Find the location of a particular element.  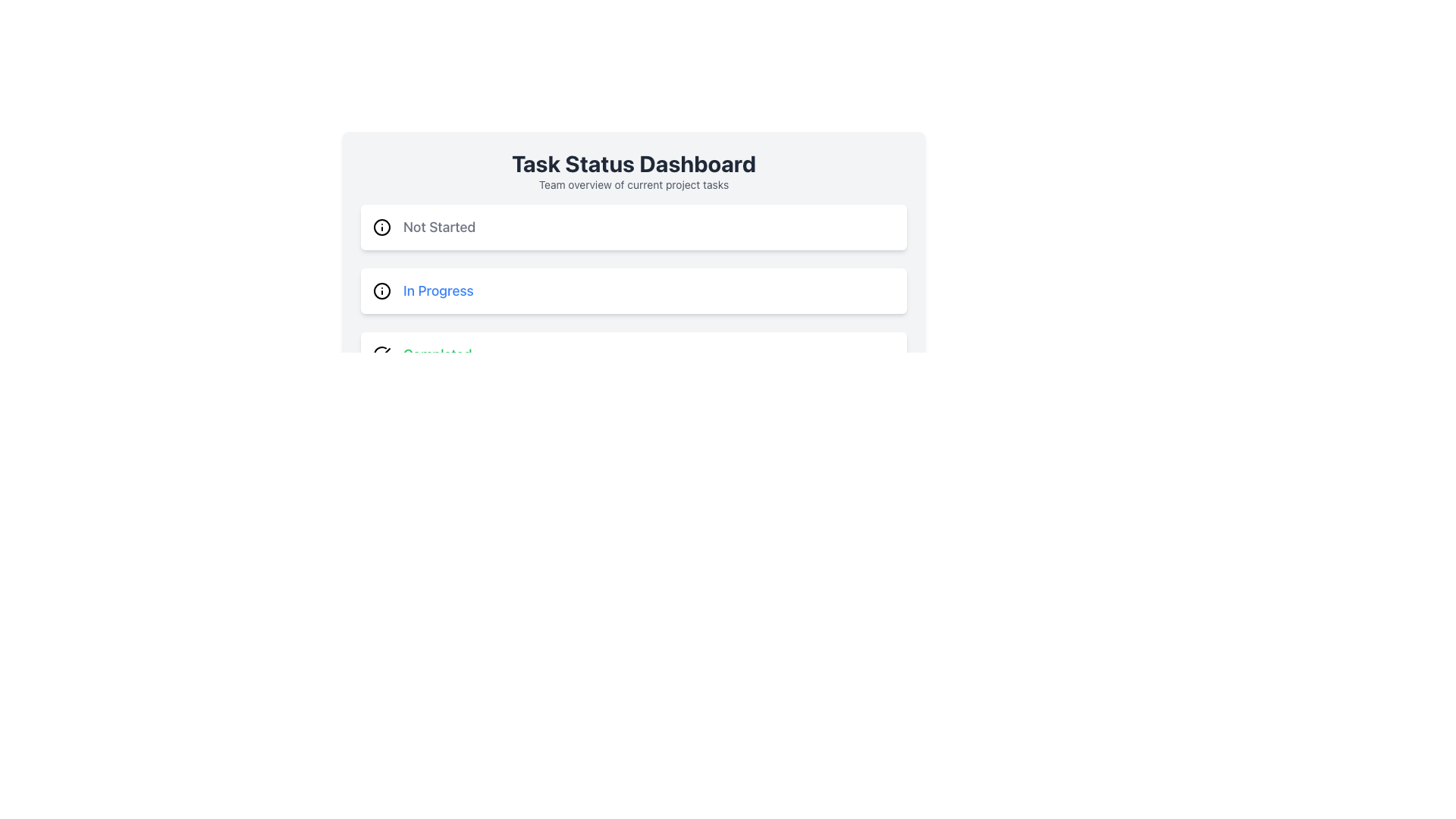

the 'Not Started' status icon located in the first item of the vertically stacked list is located at coordinates (382, 227).